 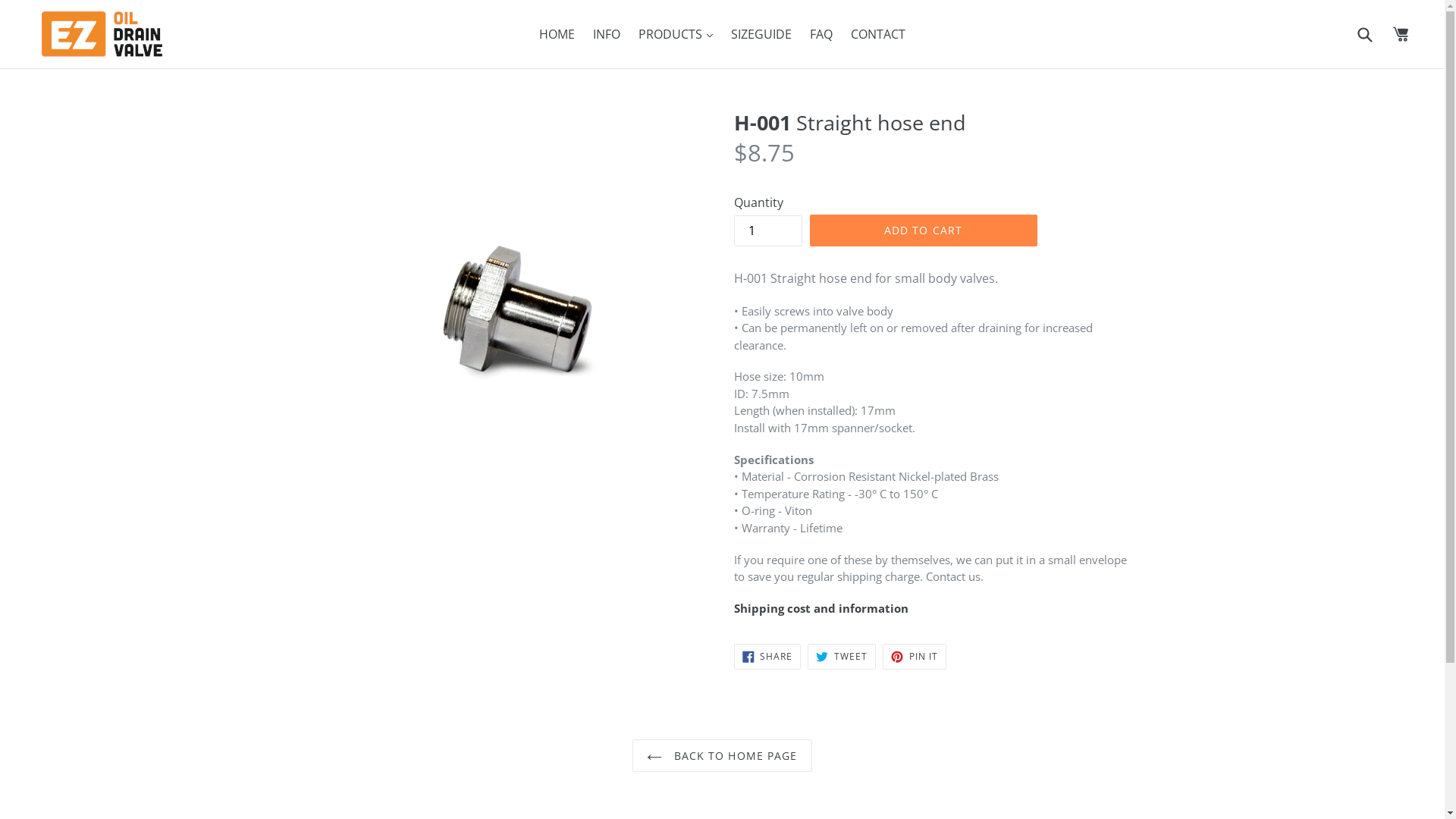 I want to click on 'Shipping cost and information', so click(x=821, y=607).